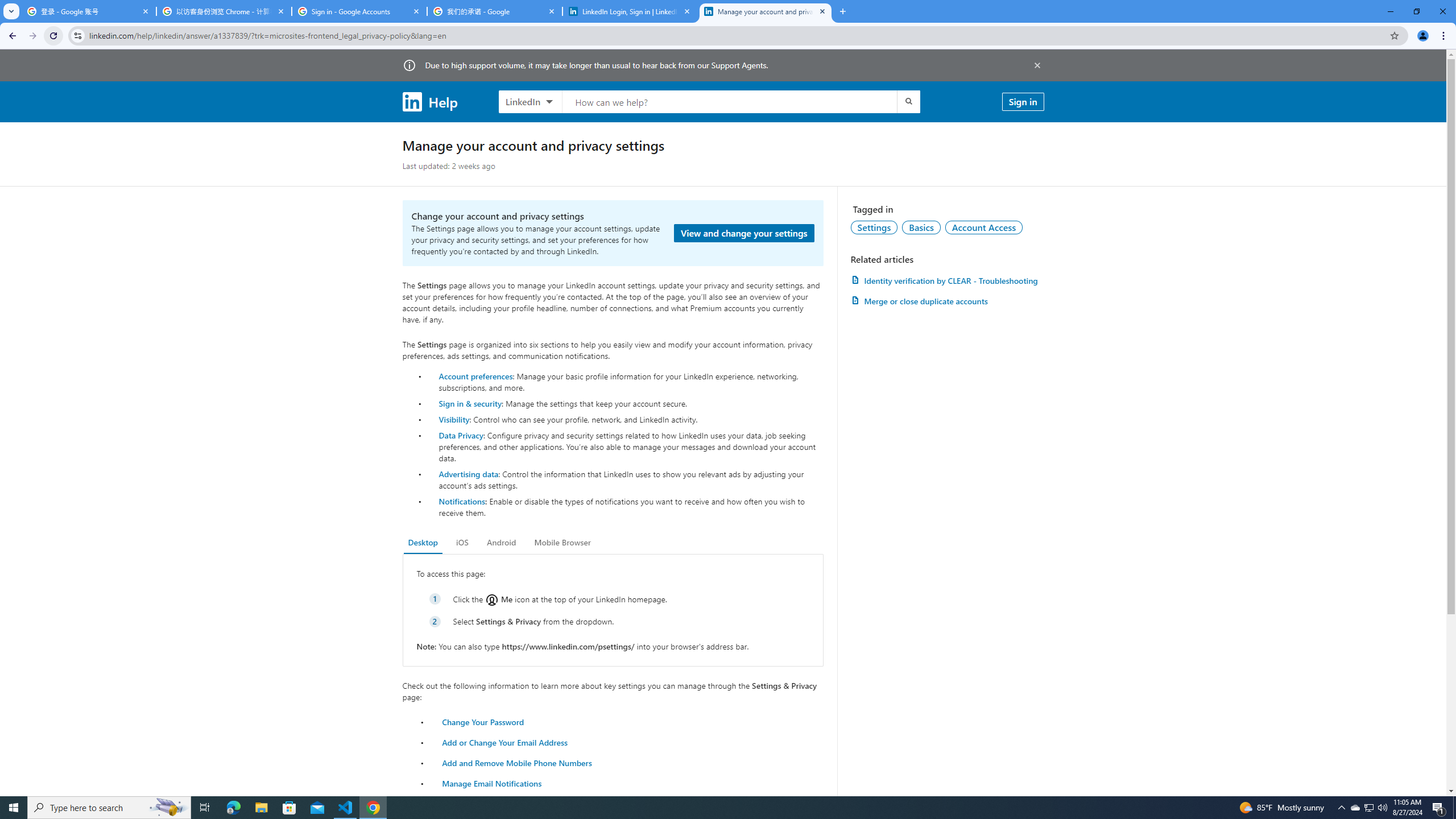 The width and height of the screenshot is (1456, 819). What do you see at coordinates (921, 226) in the screenshot?
I see `'Basics'` at bounding box center [921, 226].